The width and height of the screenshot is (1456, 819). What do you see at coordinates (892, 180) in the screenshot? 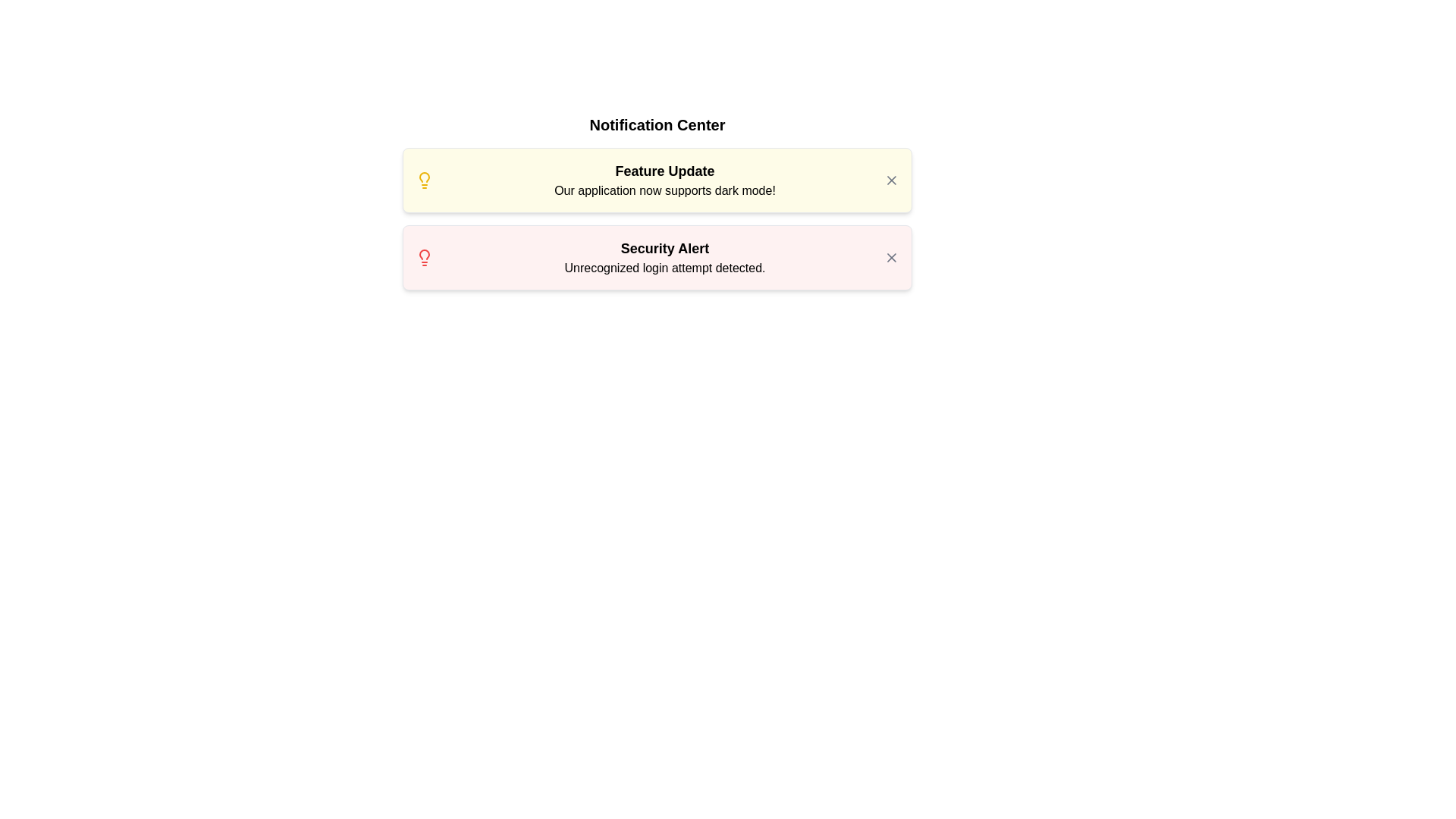
I see `the close button represented by an 'X' icon located at the top-right corner of the yellow-highlighted notification card titled 'Feature Update'` at bounding box center [892, 180].